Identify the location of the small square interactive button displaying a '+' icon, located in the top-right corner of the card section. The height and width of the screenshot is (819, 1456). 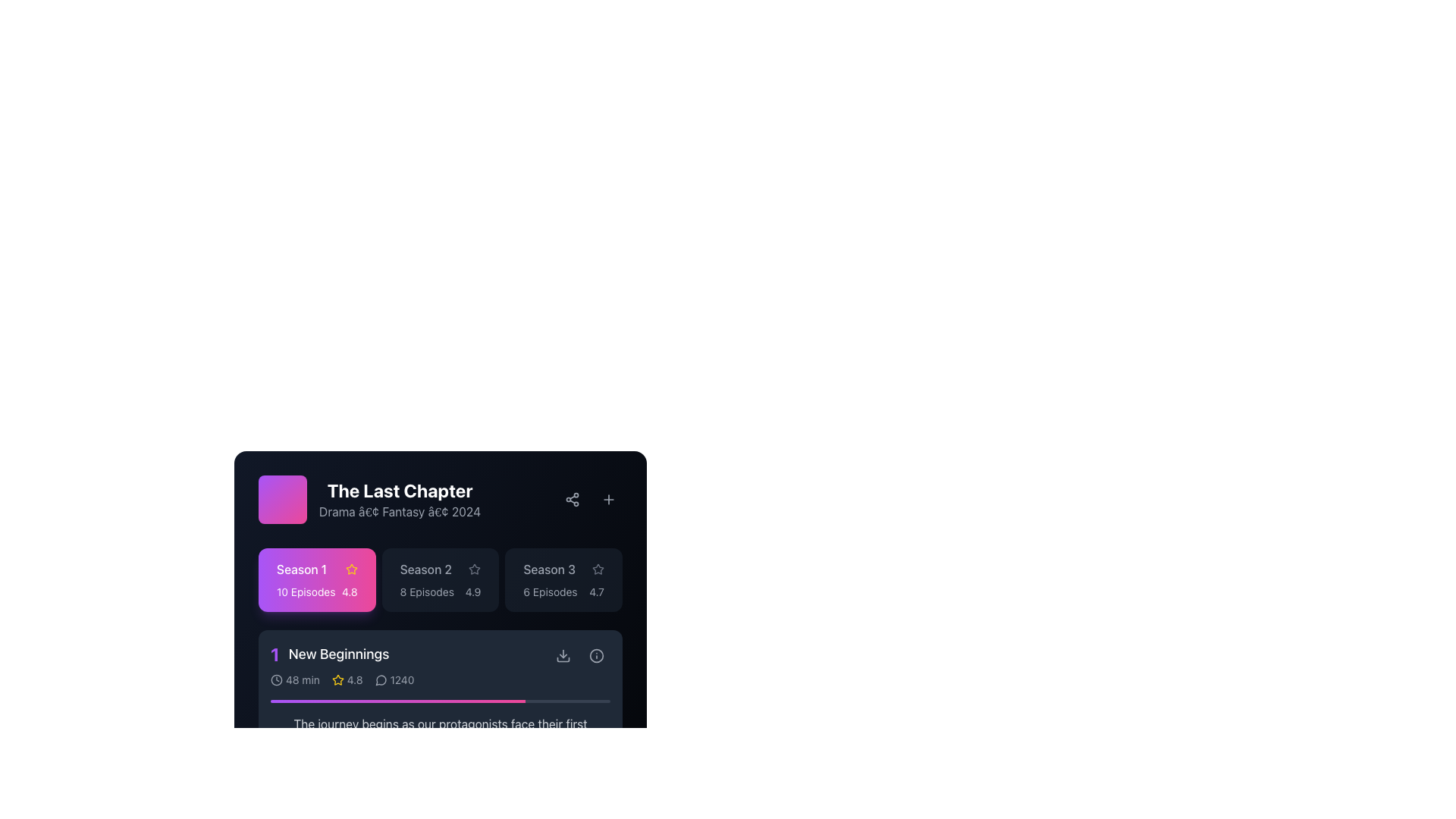
(608, 500).